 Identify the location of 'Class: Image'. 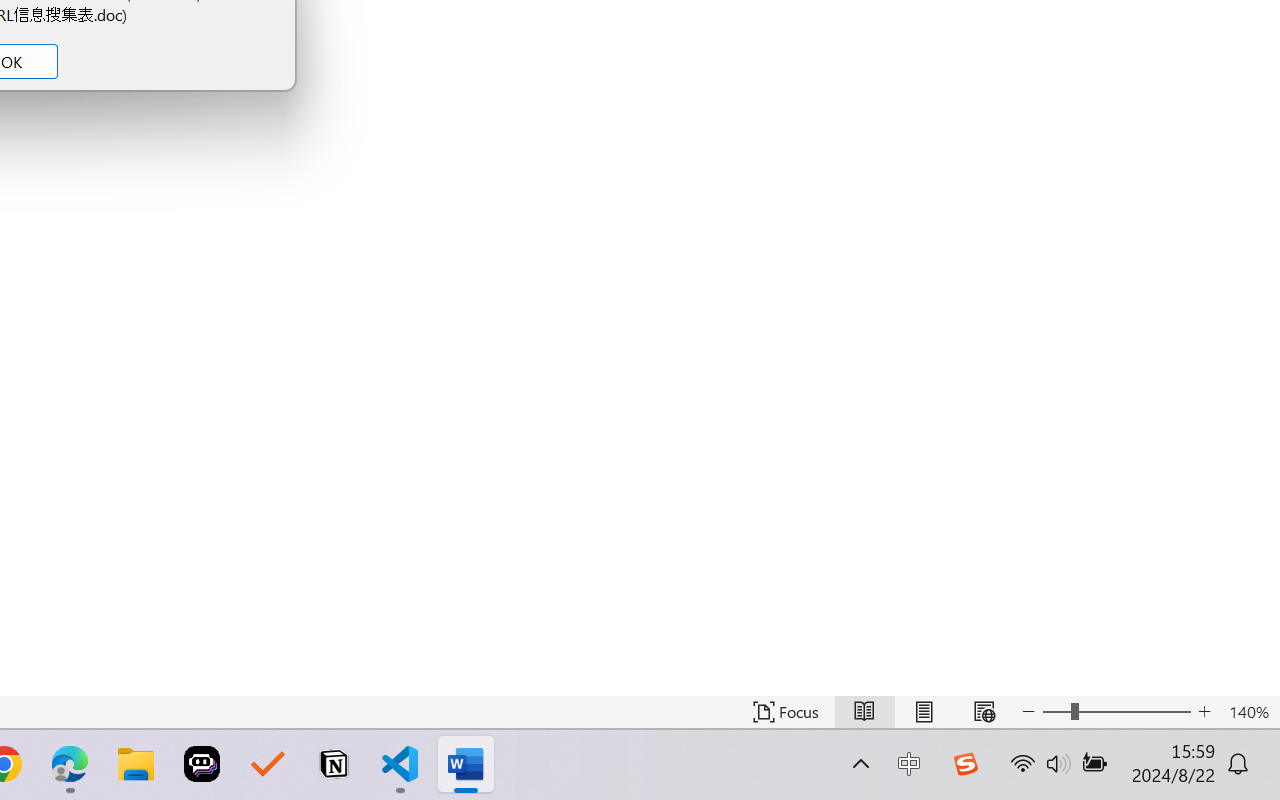
(965, 764).